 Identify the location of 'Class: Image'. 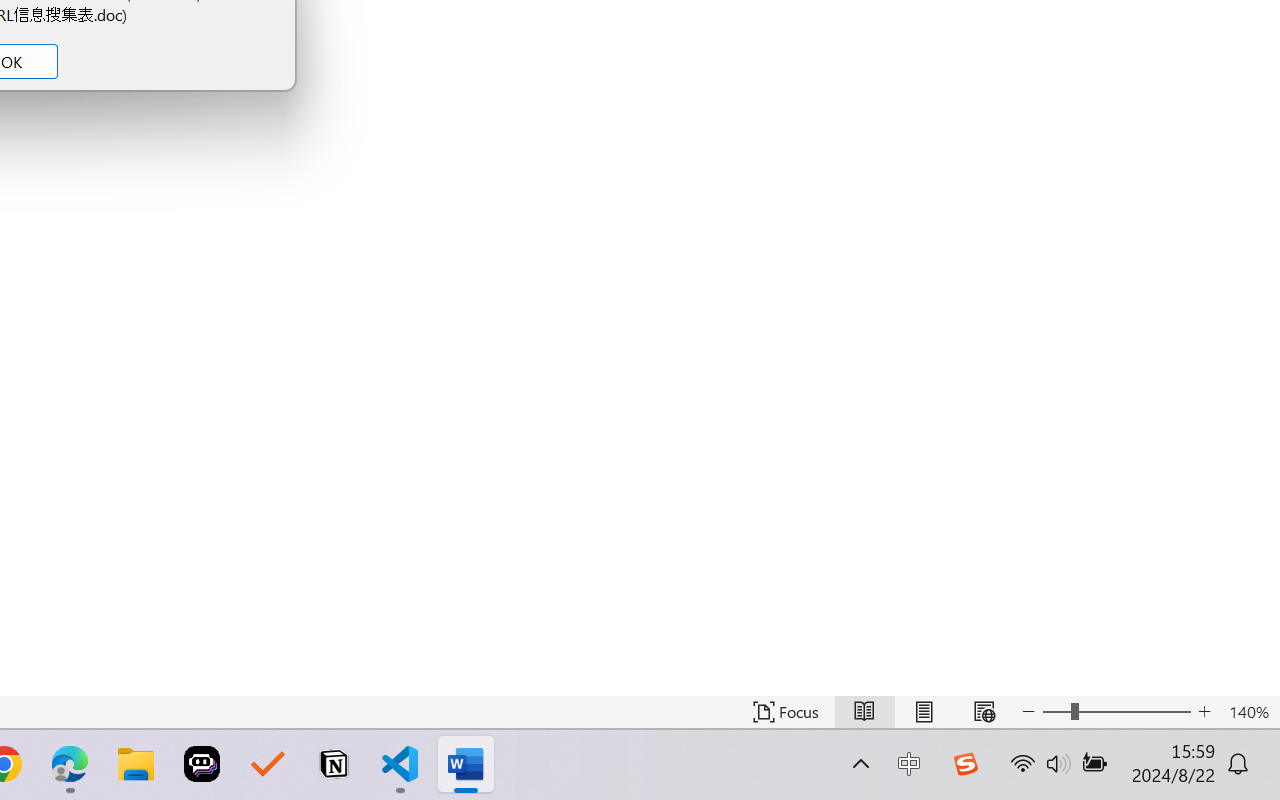
(965, 764).